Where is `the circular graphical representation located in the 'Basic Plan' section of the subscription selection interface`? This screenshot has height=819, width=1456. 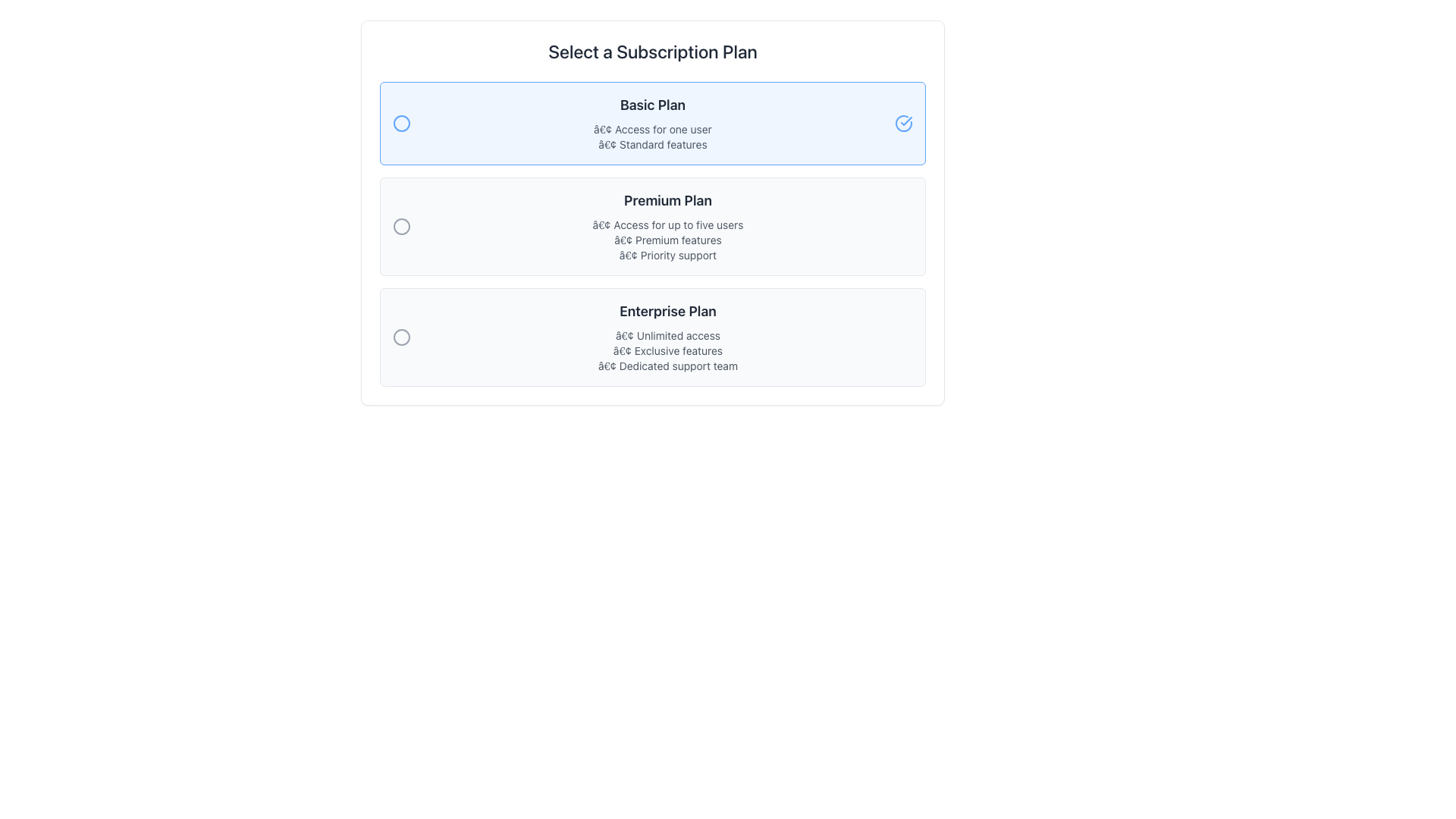 the circular graphical representation located in the 'Basic Plan' section of the subscription selection interface is located at coordinates (401, 122).